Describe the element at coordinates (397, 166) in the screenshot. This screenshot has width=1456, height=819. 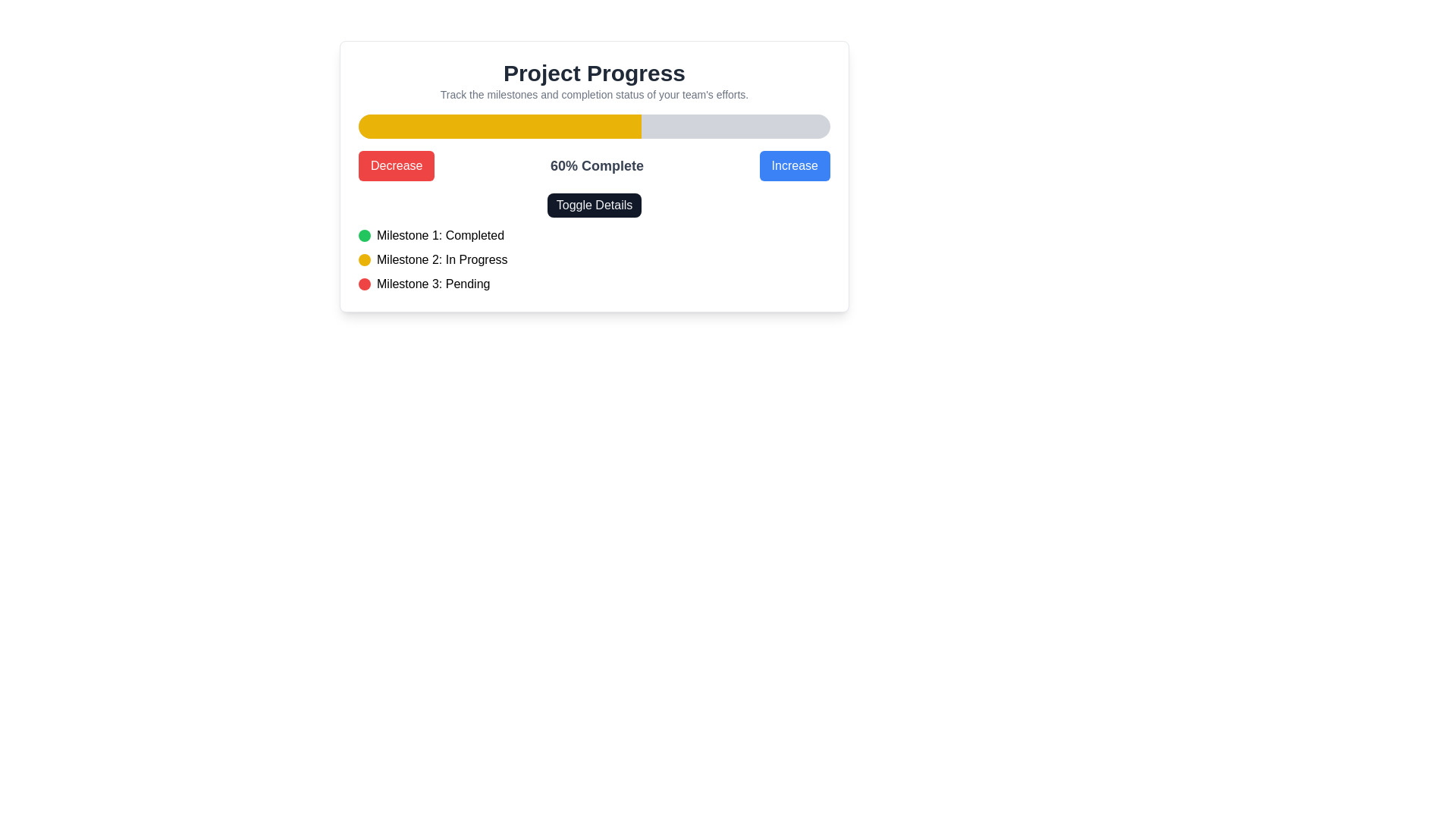
I see `the button labeled '60% Complete' that decreases a value, positioned to the far left of a group of three elements` at that location.